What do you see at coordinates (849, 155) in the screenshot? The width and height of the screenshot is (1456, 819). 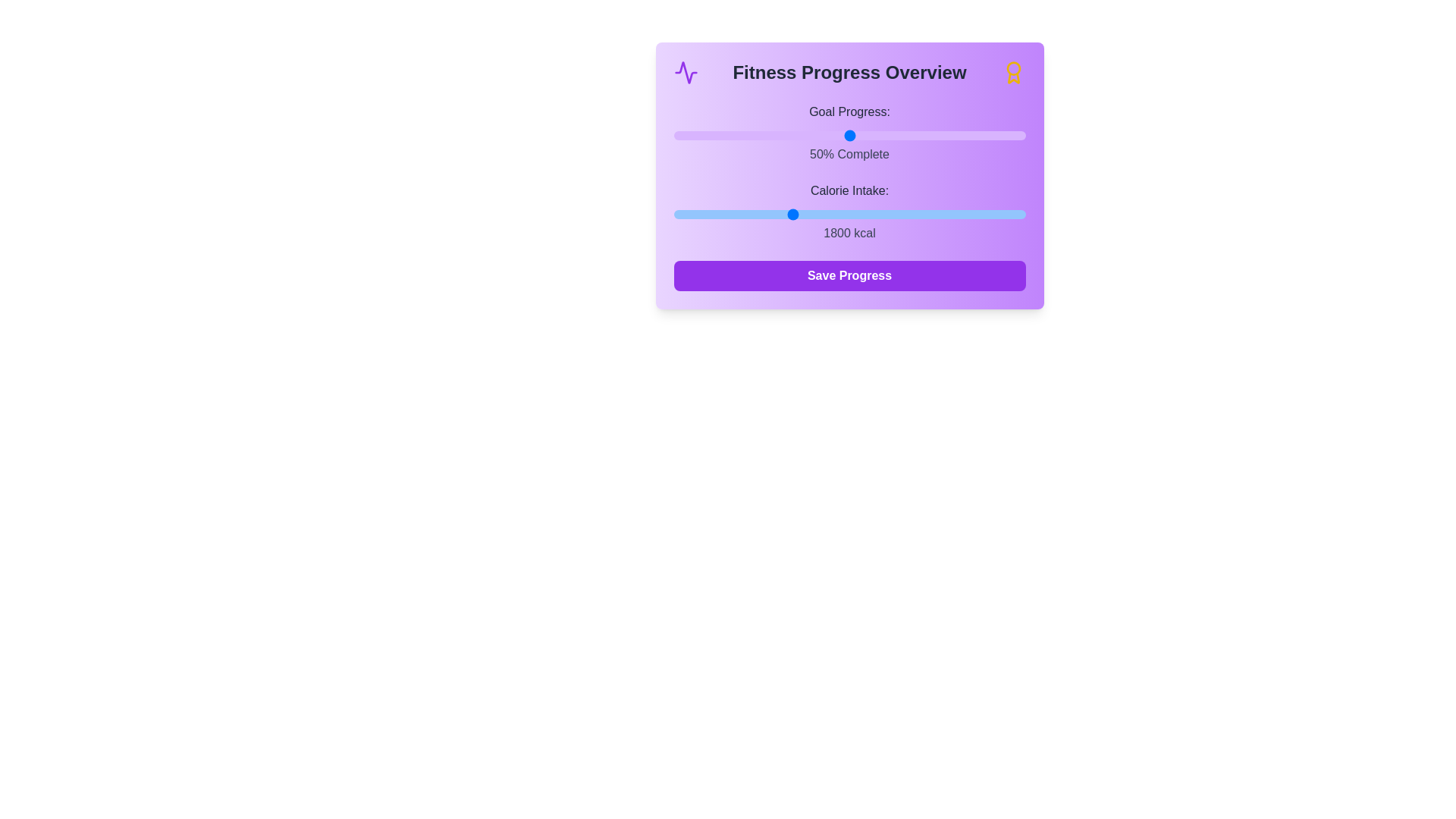 I see `the Text label that displays the progress percentage, located at the bottom of the 'Goal Progress' section, just below the progress bar` at bounding box center [849, 155].